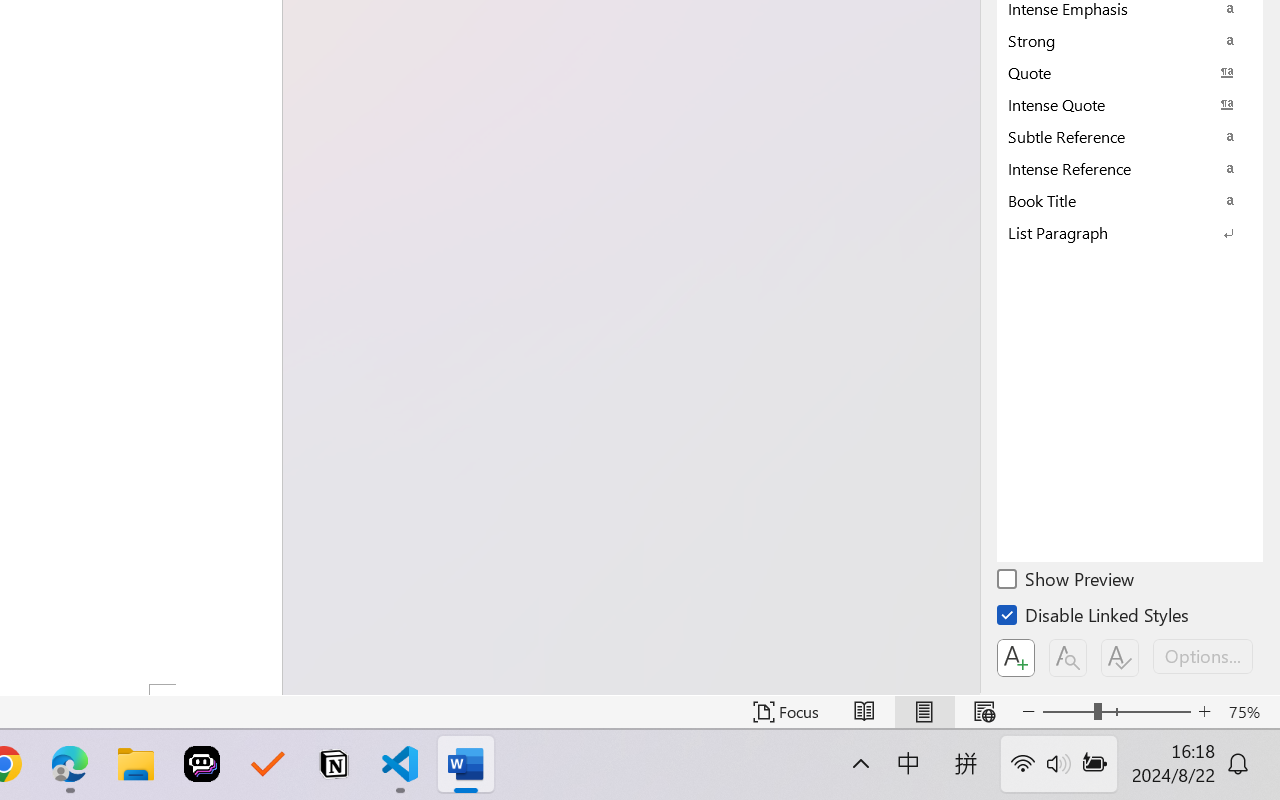 Image resolution: width=1280 pixels, height=800 pixels. I want to click on 'Subtle Reference', so click(1130, 136).